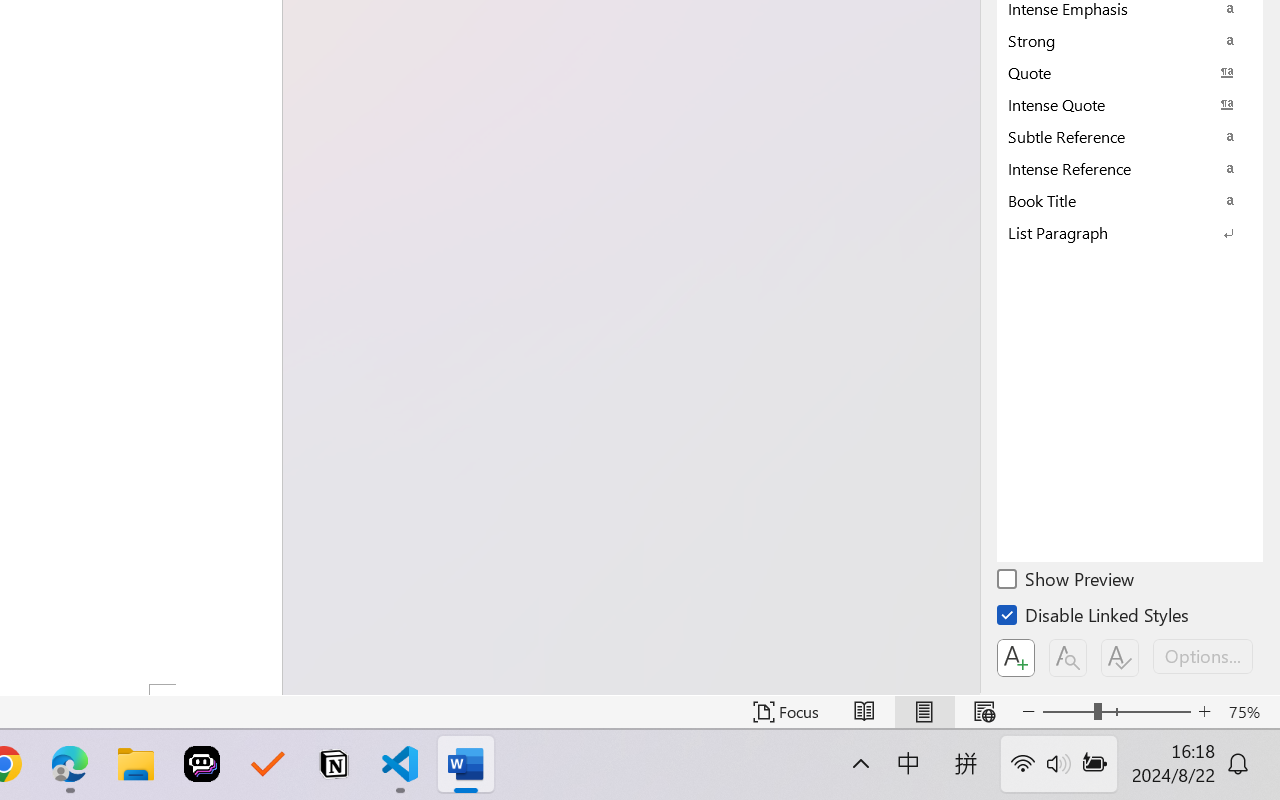 Image resolution: width=1280 pixels, height=800 pixels. I want to click on 'Subtle Reference', so click(1130, 136).